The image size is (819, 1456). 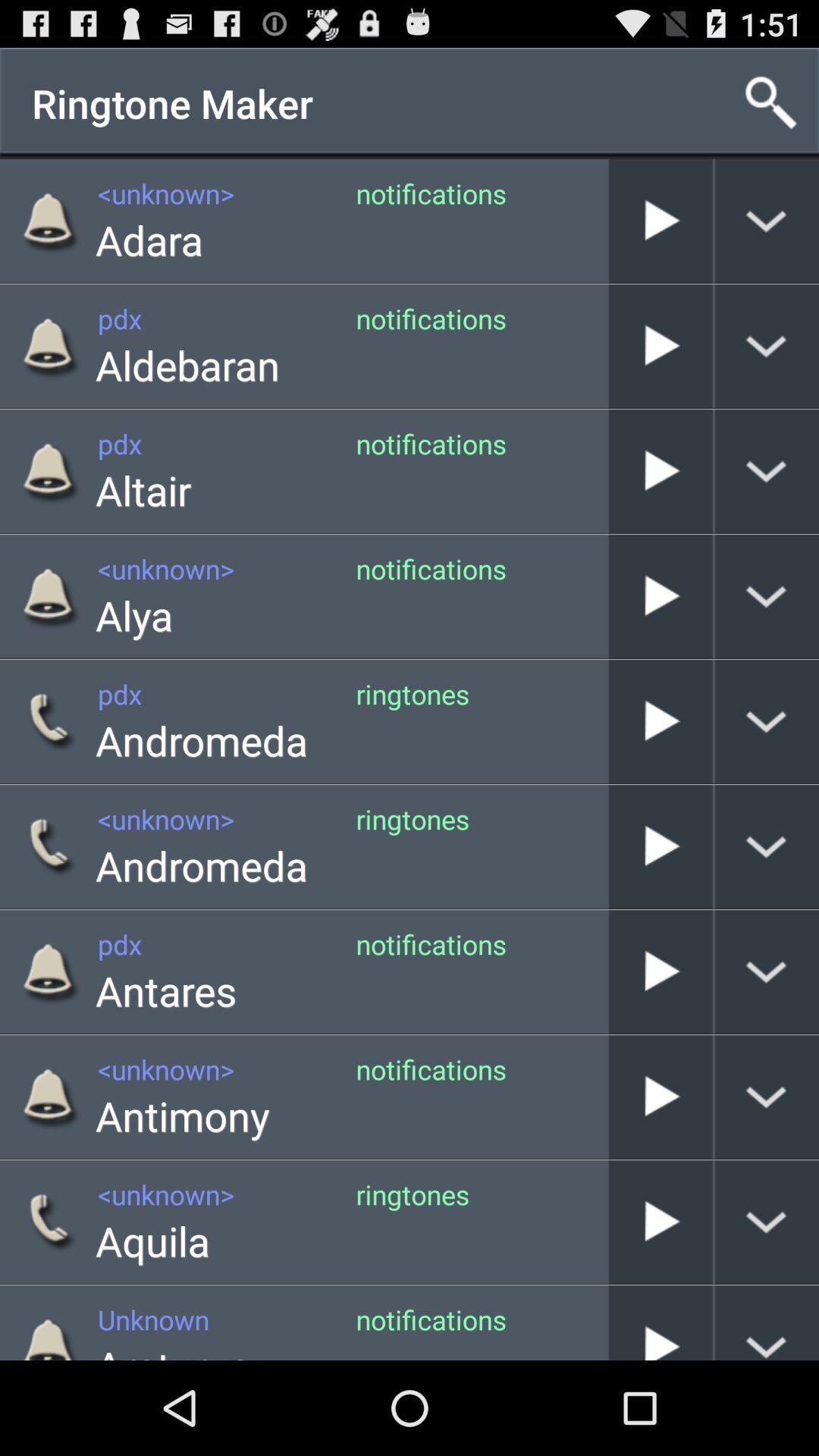 What do you see at coordinates (660, 846) in the screenshot?
I see `autoplay option` at bounding box center [660, 846].